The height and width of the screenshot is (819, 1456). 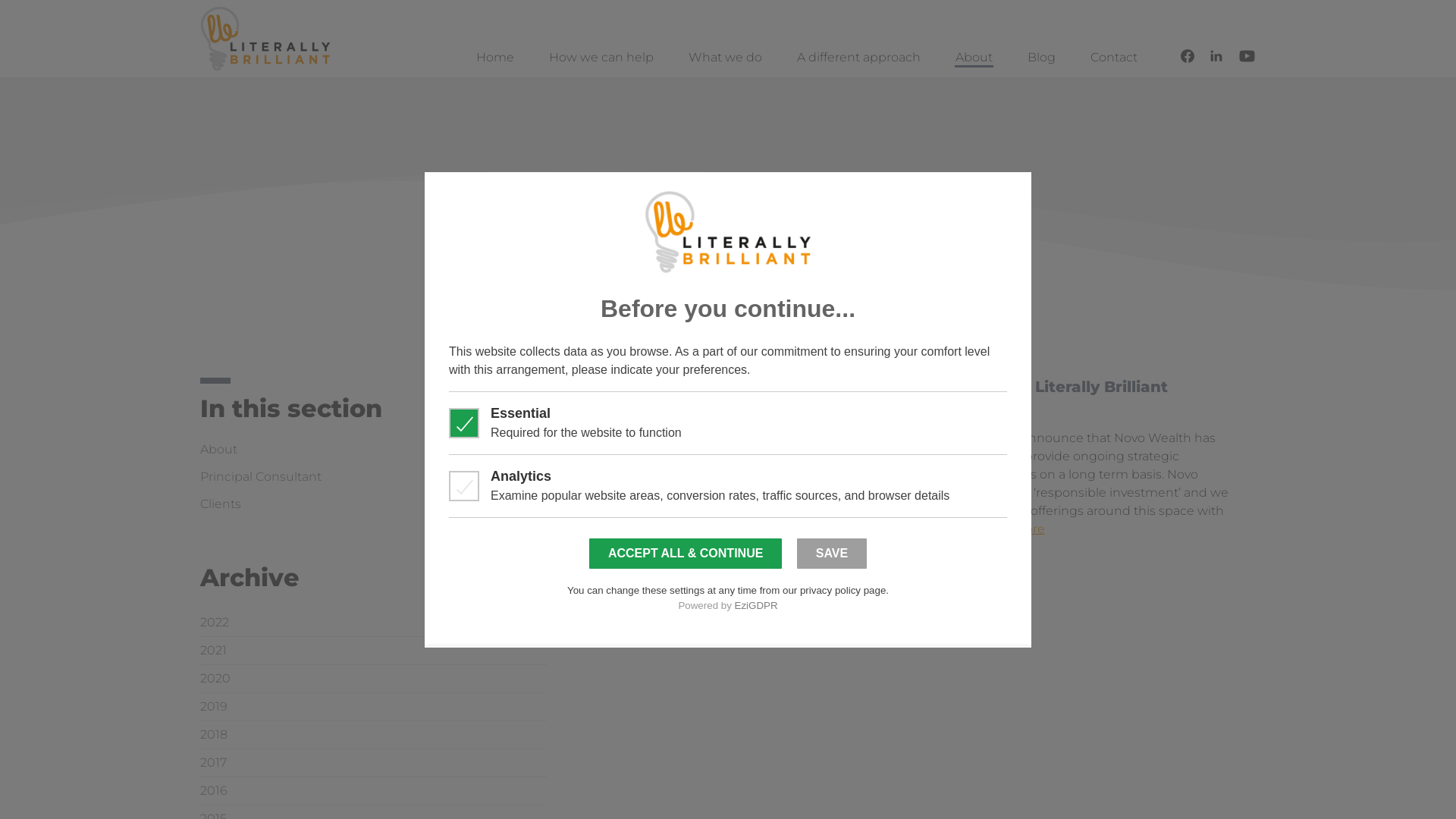 I want to click on '2021', so click(x=212, y=649).